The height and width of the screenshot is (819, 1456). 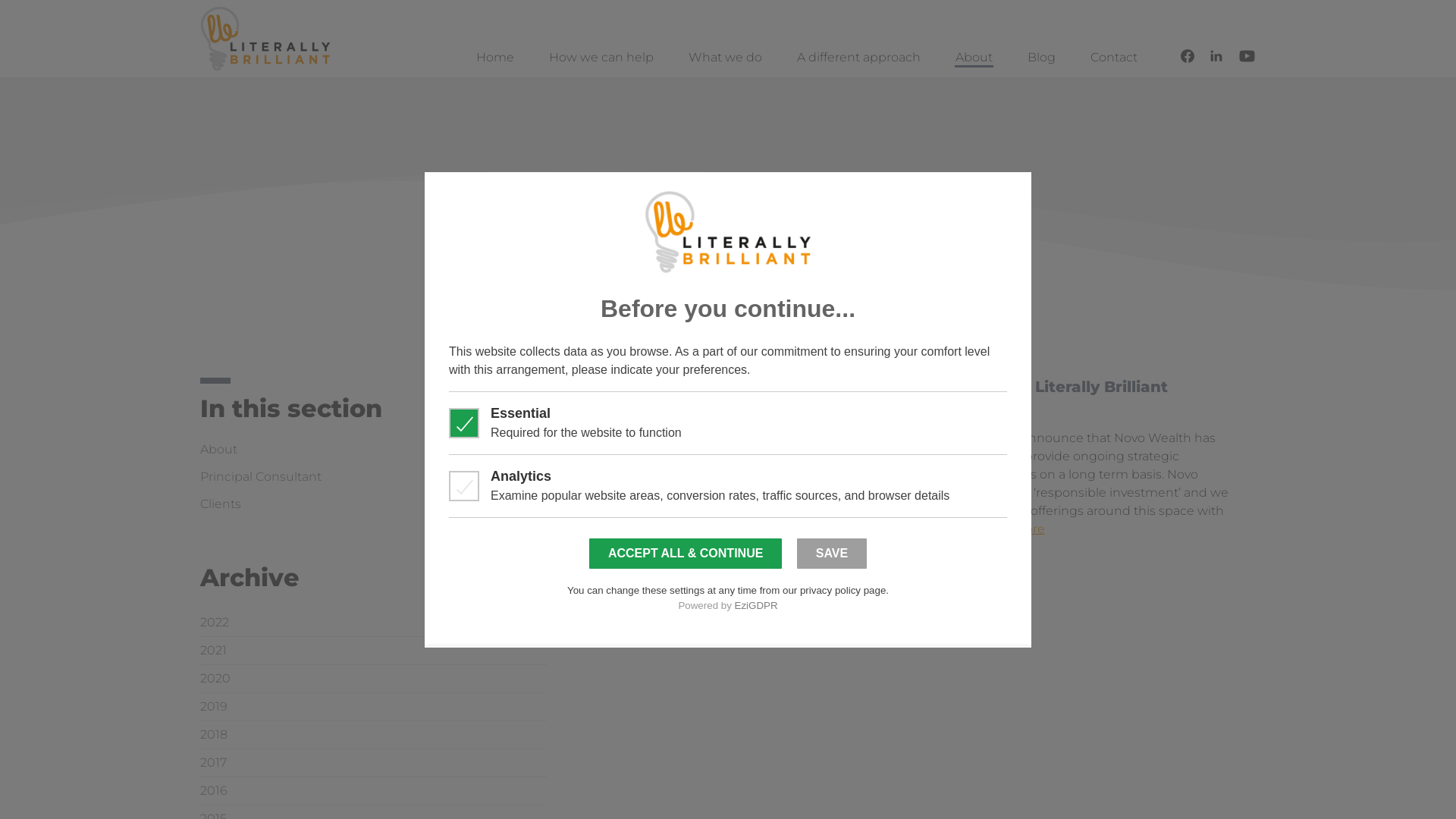 I want to click on '2021', so click(x=212, y=649).